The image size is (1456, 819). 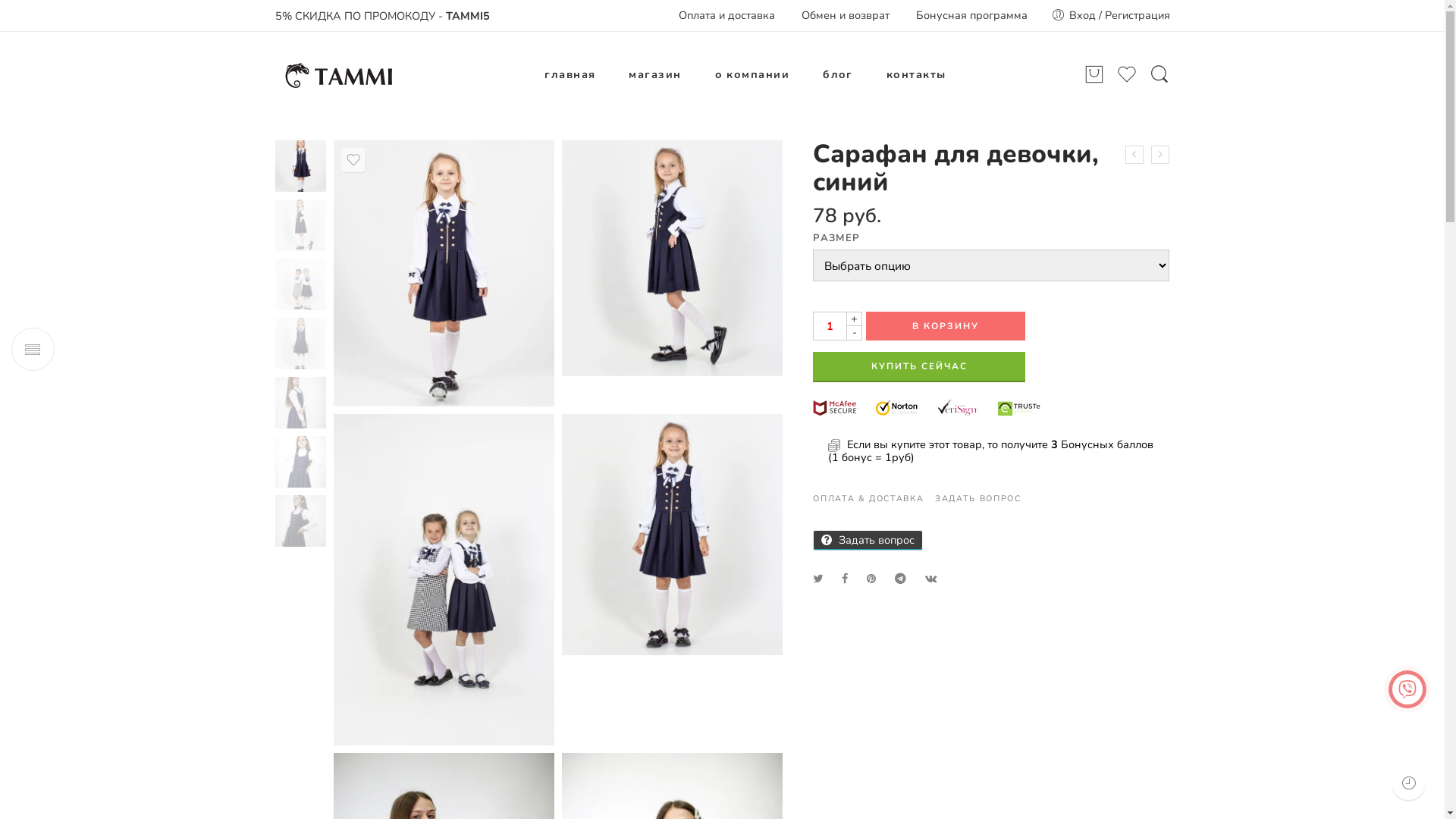 What do you see at coordinates (900, 579) in the screenshot?
I see `'Share on Telegram'` at bounding box center [900, 579].